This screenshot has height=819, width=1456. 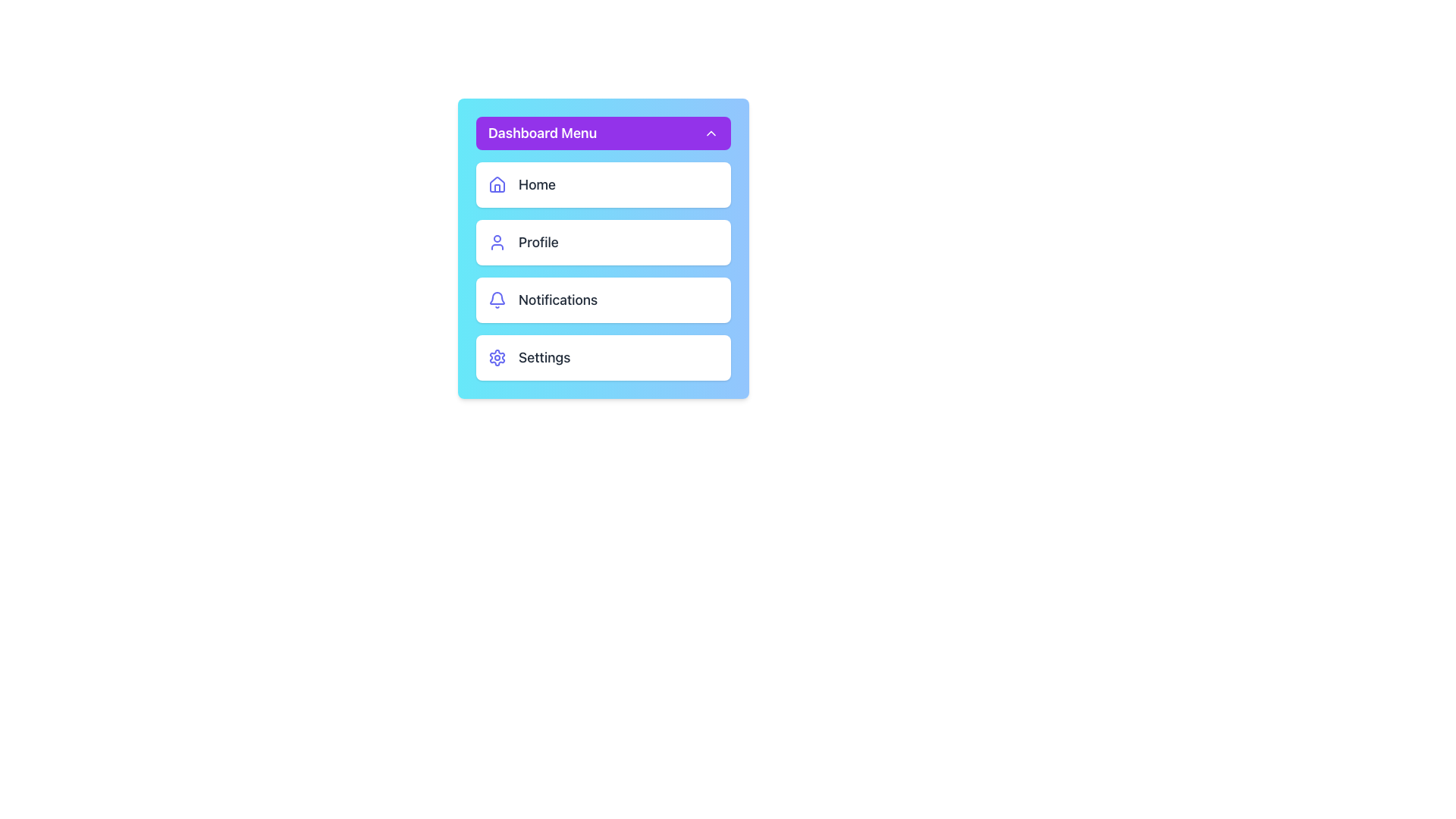 What do you see at coordinates (497, 300) in the screenshot?
I see `the bell icon which represents the notification indicator, located to the left of the 'Notifications' text label in the notification component` at bounding box center [497, 300].